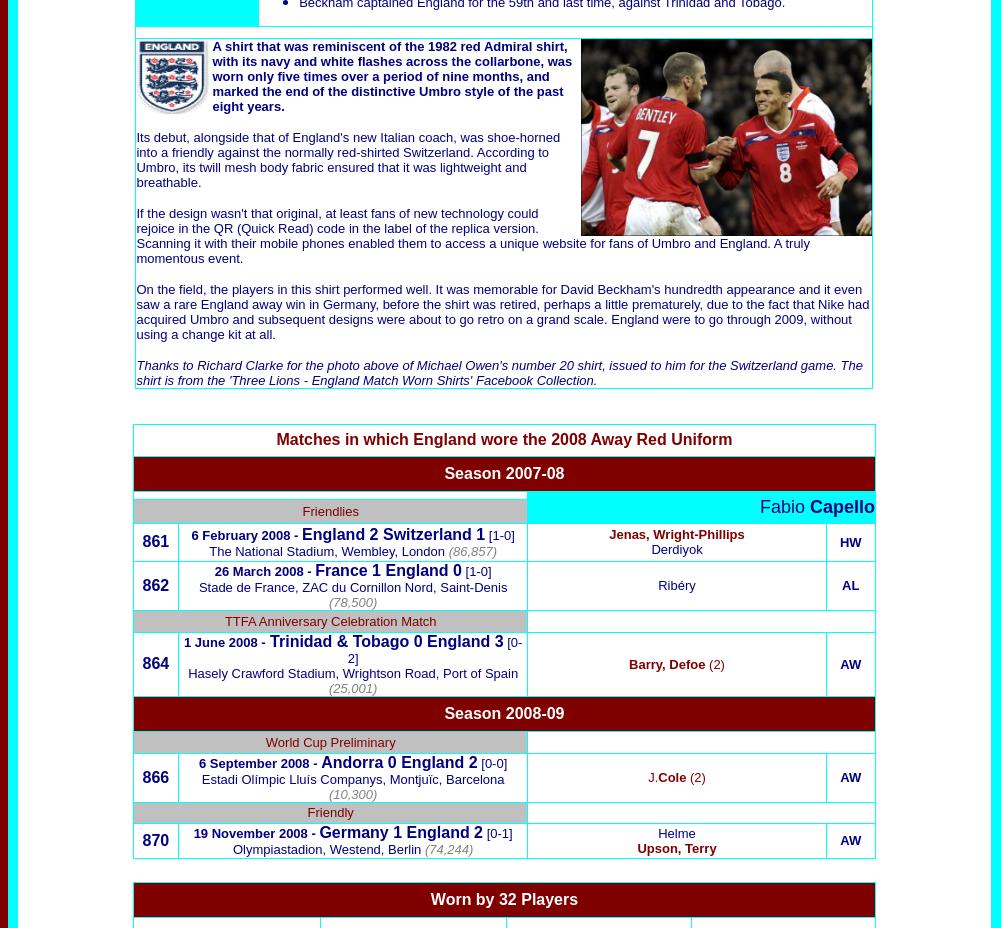 This screenshot has width=1001, height=928. I want to click on 'A shirt that was reminiscent of 
the', so click(320, 45).